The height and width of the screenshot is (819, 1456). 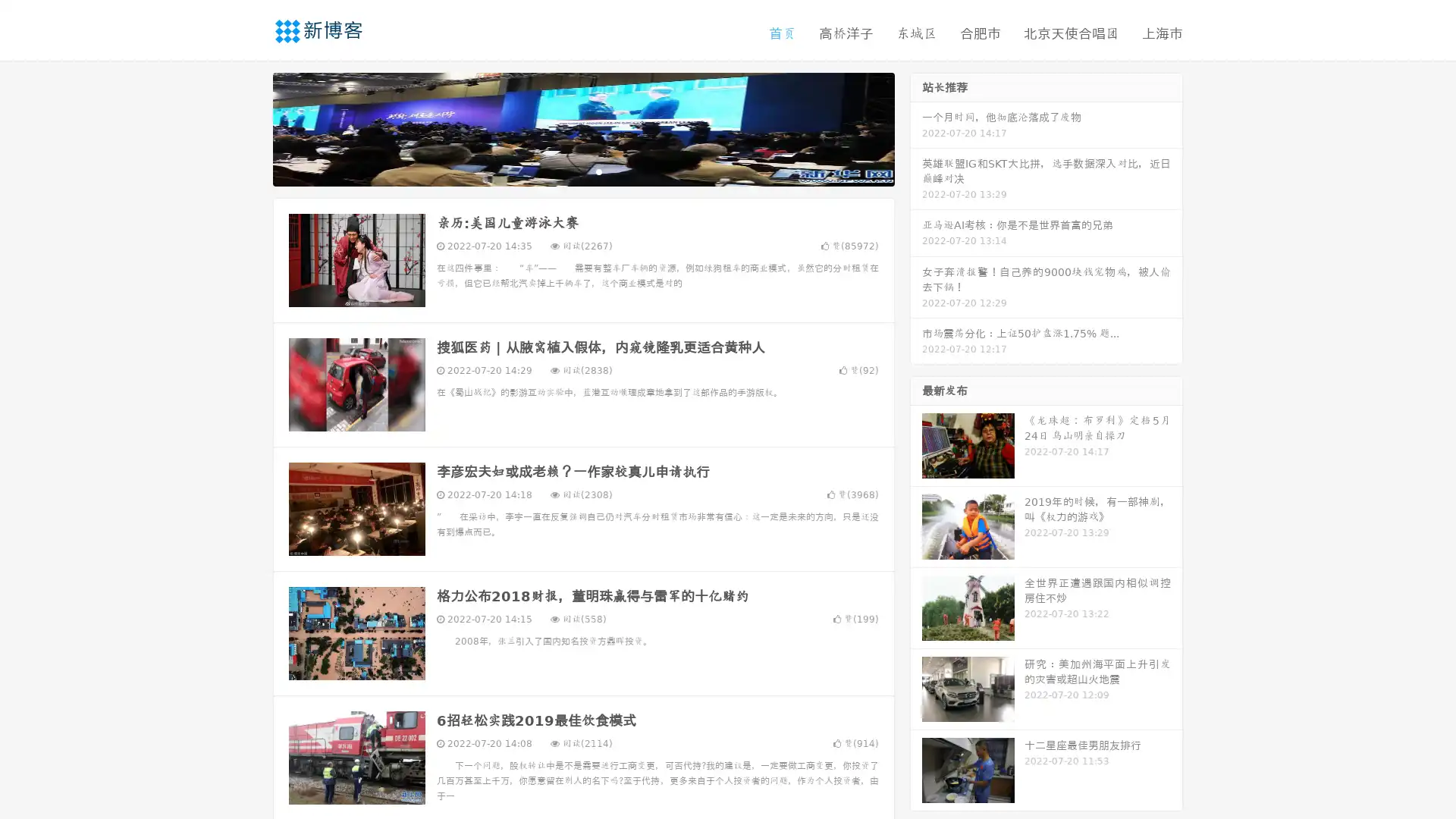 What do you see at coordinates (567, 171) in the screenshot?
I see `Go to slide 1` at bounding box center [567, 171].